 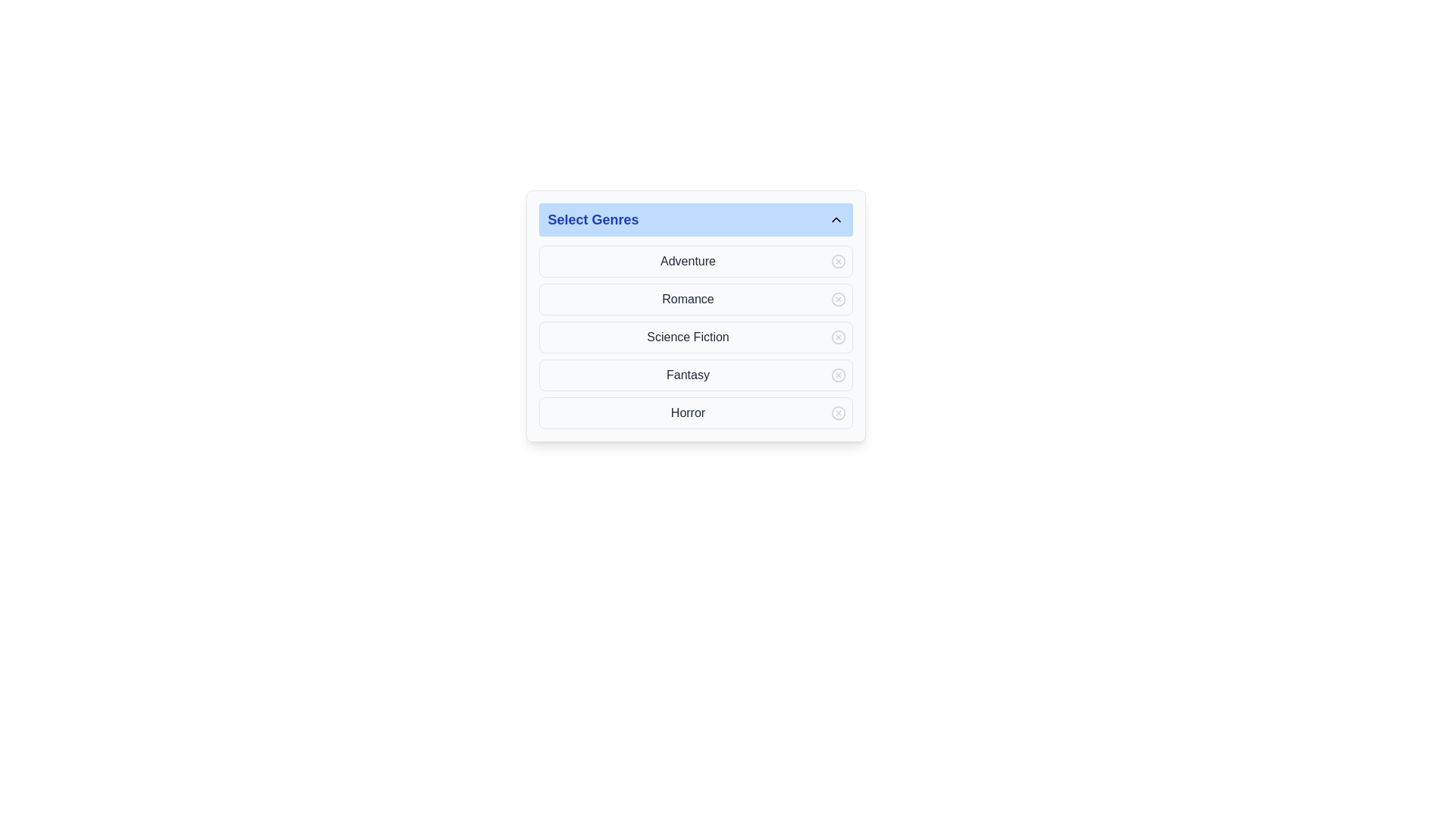 What do you see at coordinates (837, 375) in the screenshot?
I see `the icon located to the far right of the 'Fantasy' label in the vertical list of genres` at bounding box center [837, 375].